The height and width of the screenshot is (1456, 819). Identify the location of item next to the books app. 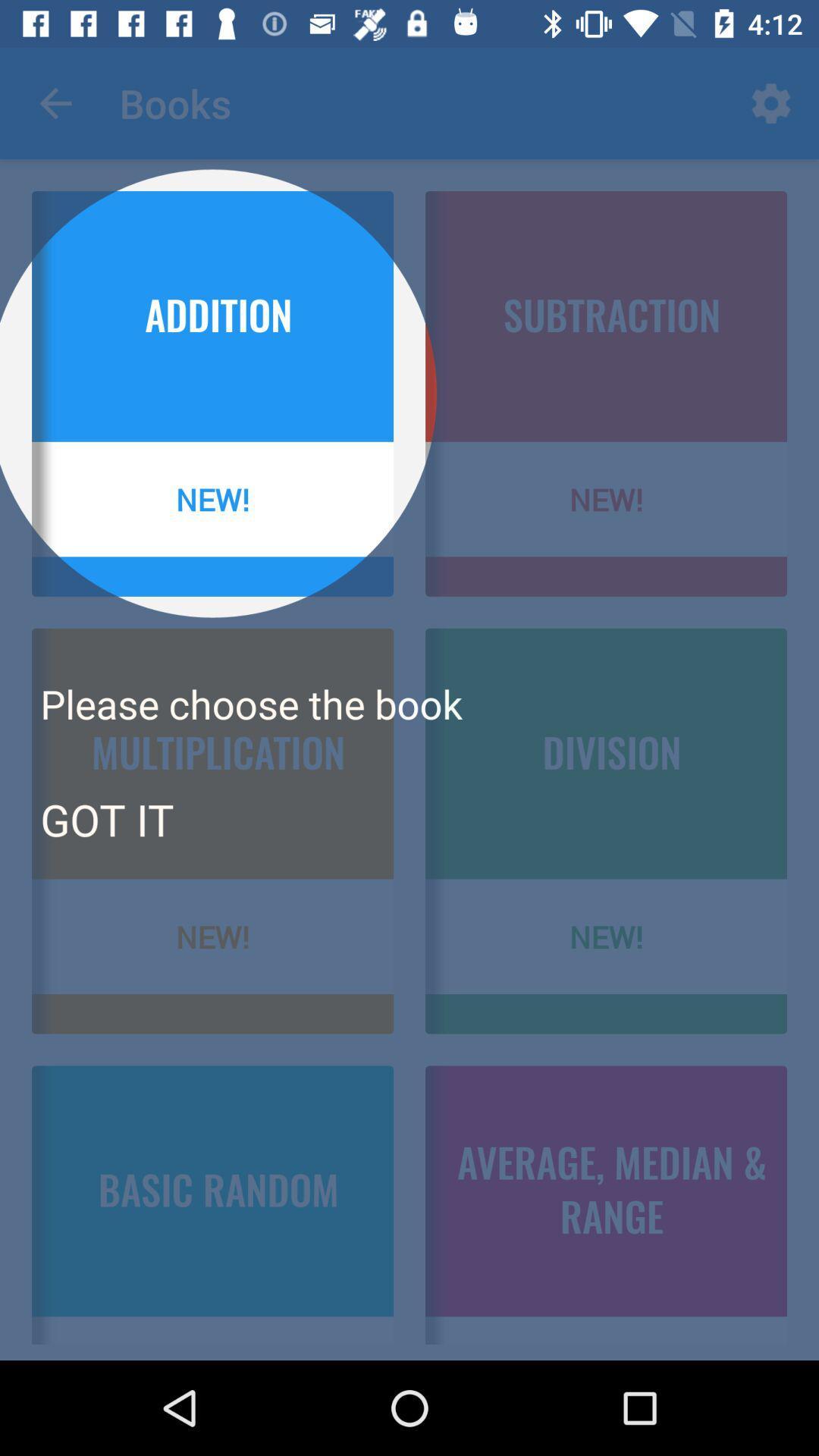
(55, 102).